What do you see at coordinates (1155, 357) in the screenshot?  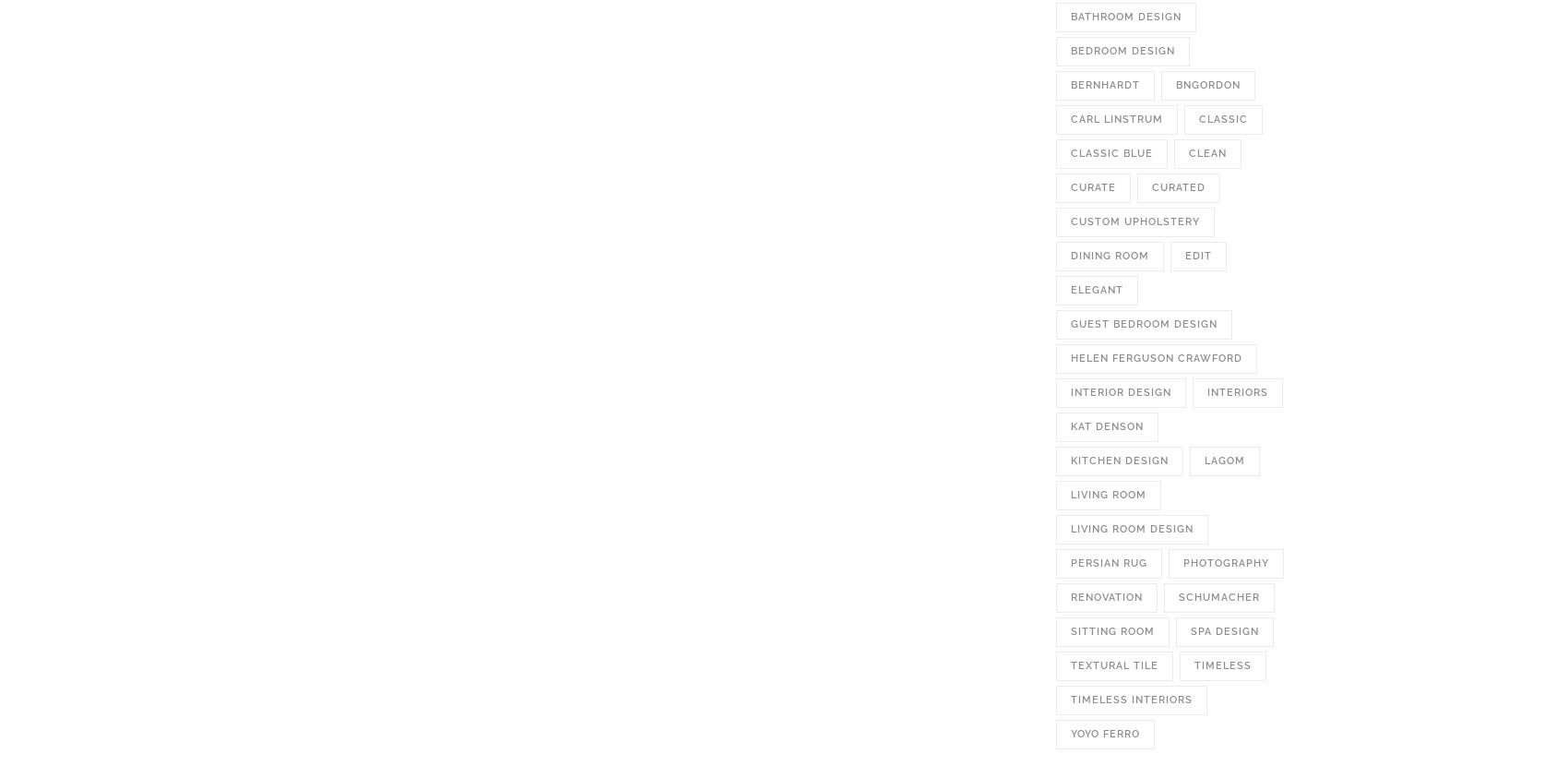 I see `'helen ferguson crawford'` at bounding box center [1155, 357].